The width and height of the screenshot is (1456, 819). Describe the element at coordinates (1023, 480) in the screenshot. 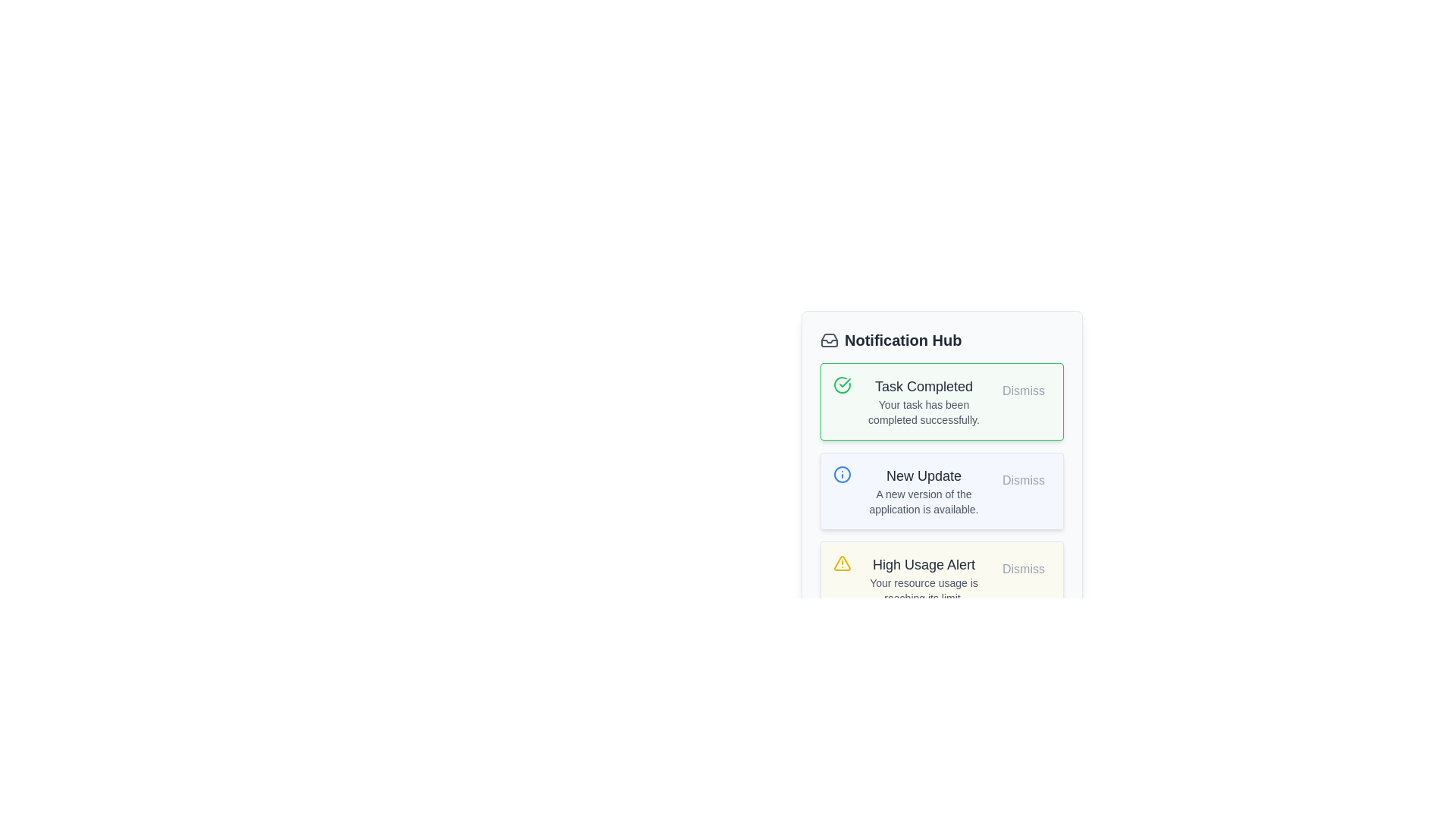

I see `the 'Dismiss' button in the upper-right corner of the 'New Update' notification to change its background color` at that location.